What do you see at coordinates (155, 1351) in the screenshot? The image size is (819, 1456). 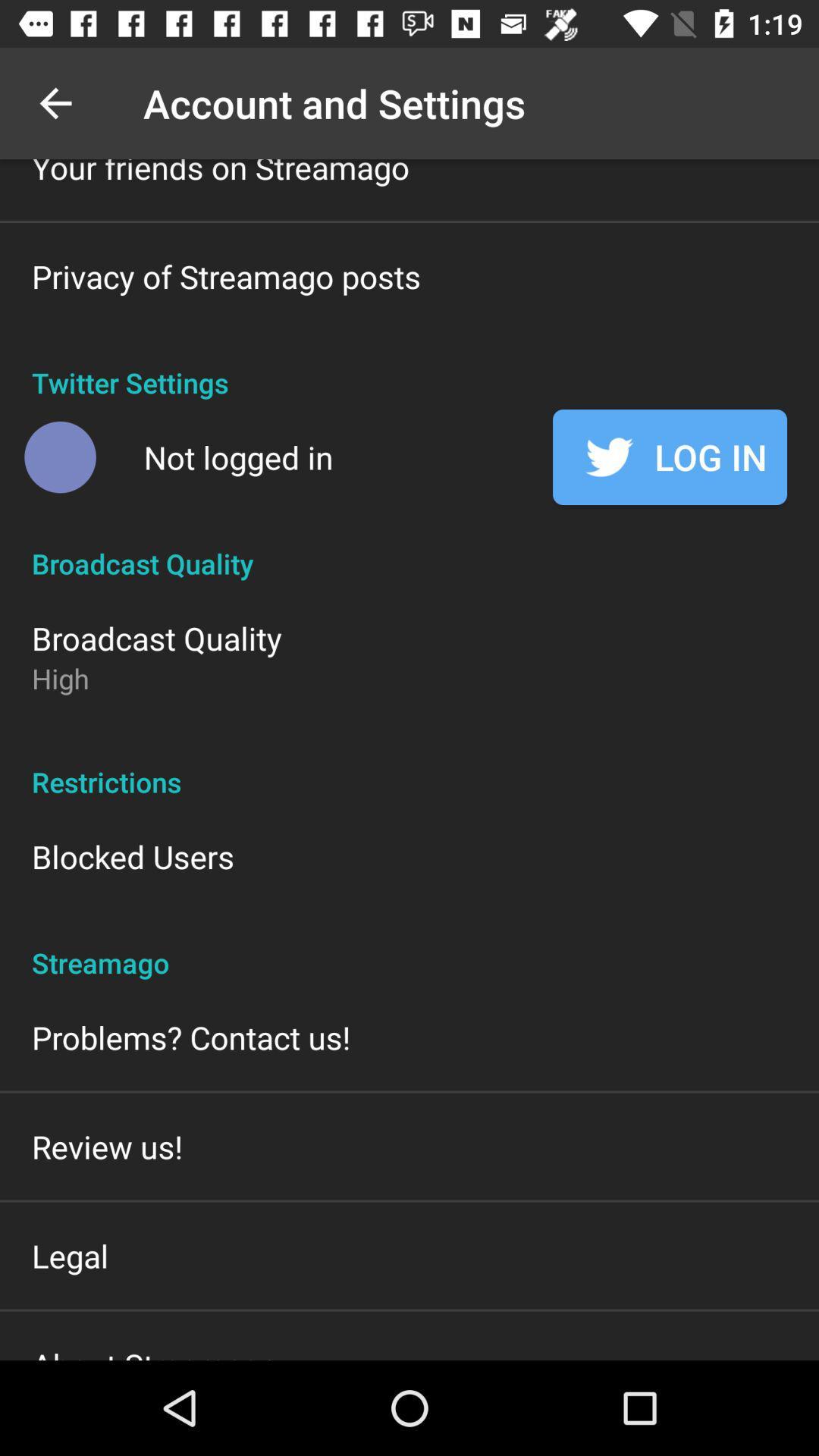 I see `about streamago icon` at bounding box center [155, 1351].